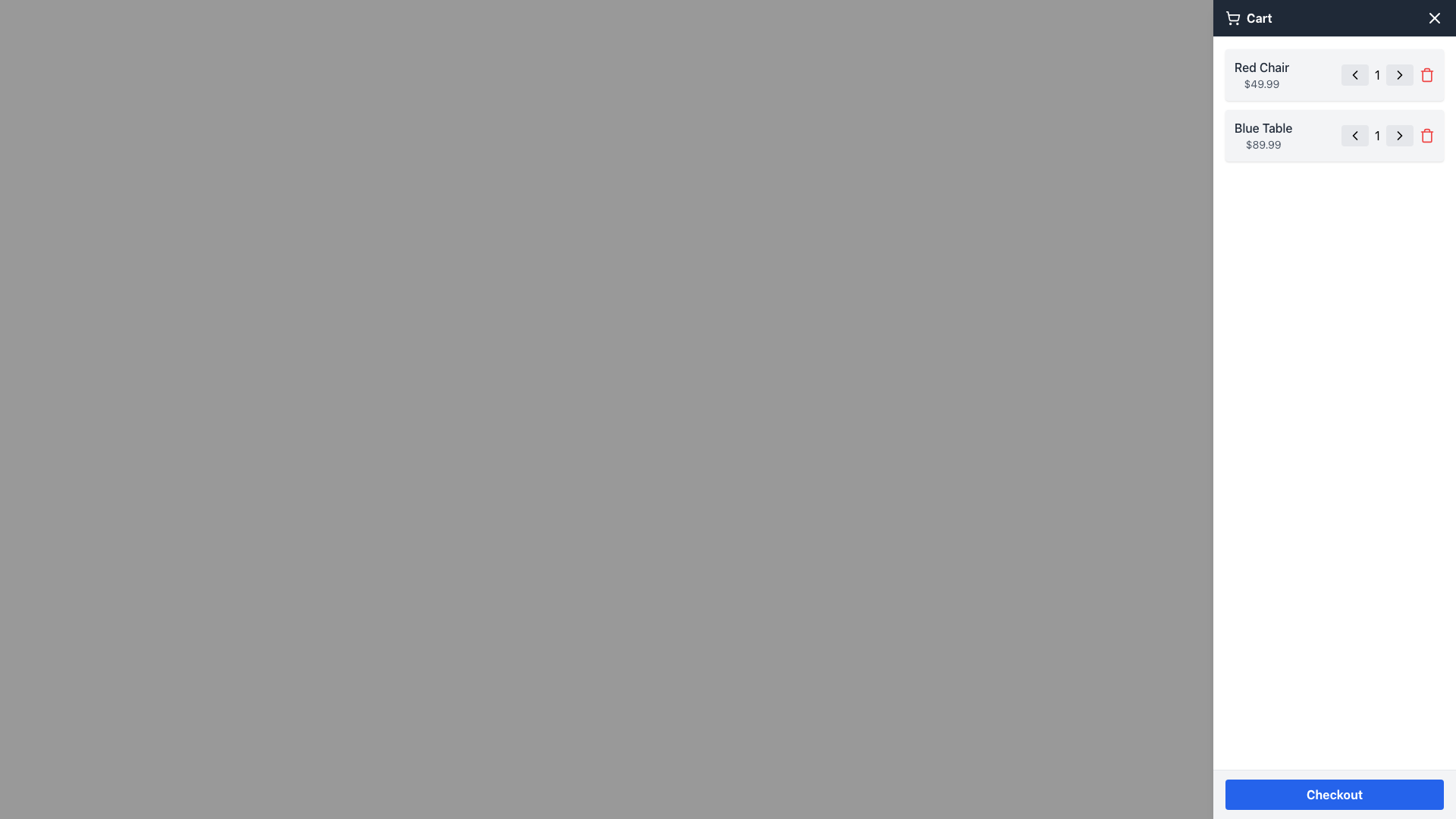  Describe the element at coordinates (1233, 17) in the screenshot. I see `the shopping cart icon located on the left side of the navigation bar, immediately adjacent to the 'Cart' text label` at that location.